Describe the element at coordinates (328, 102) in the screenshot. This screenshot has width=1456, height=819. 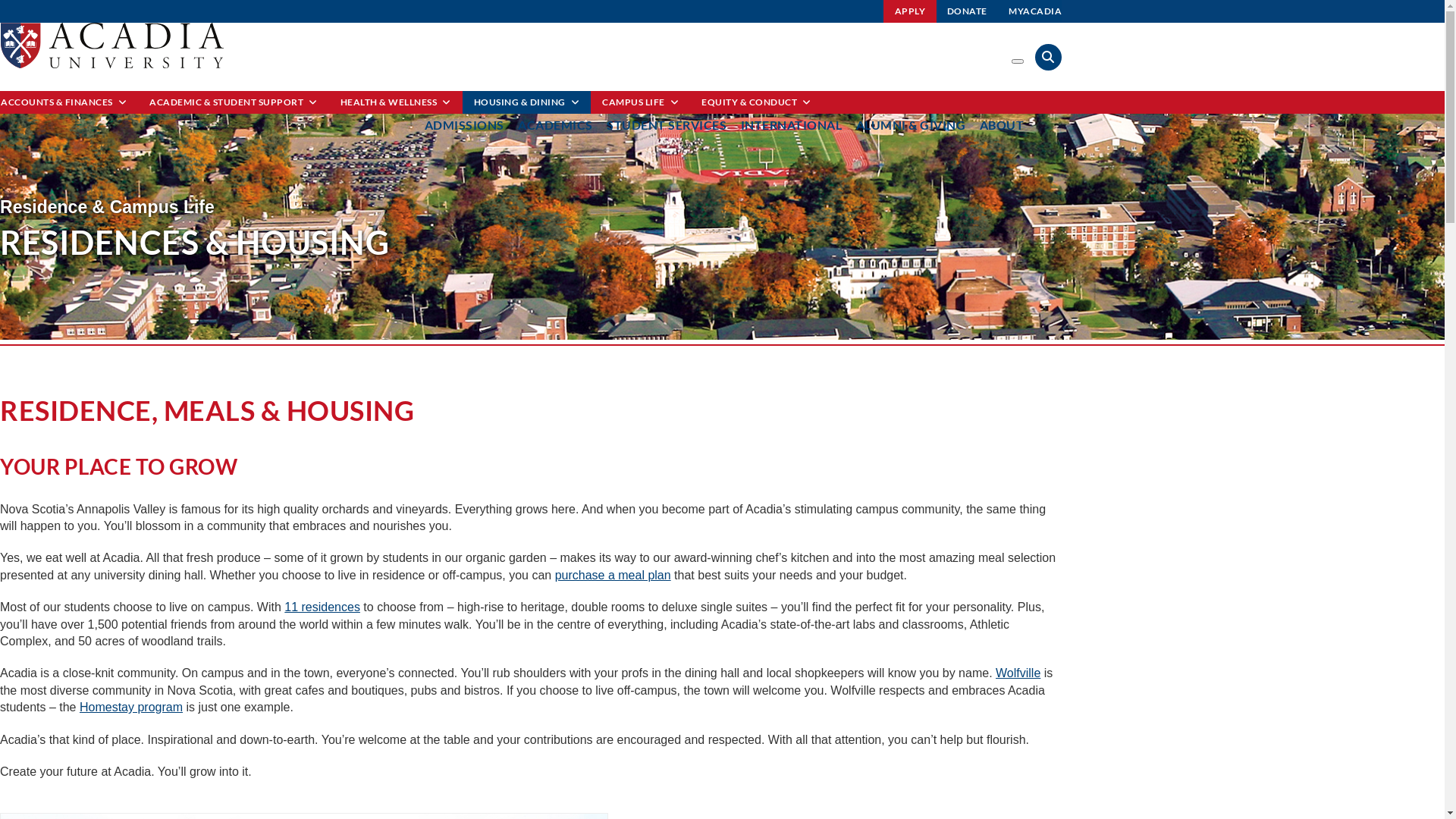
I see `'HEALTH & WELLNESS'` at that location.